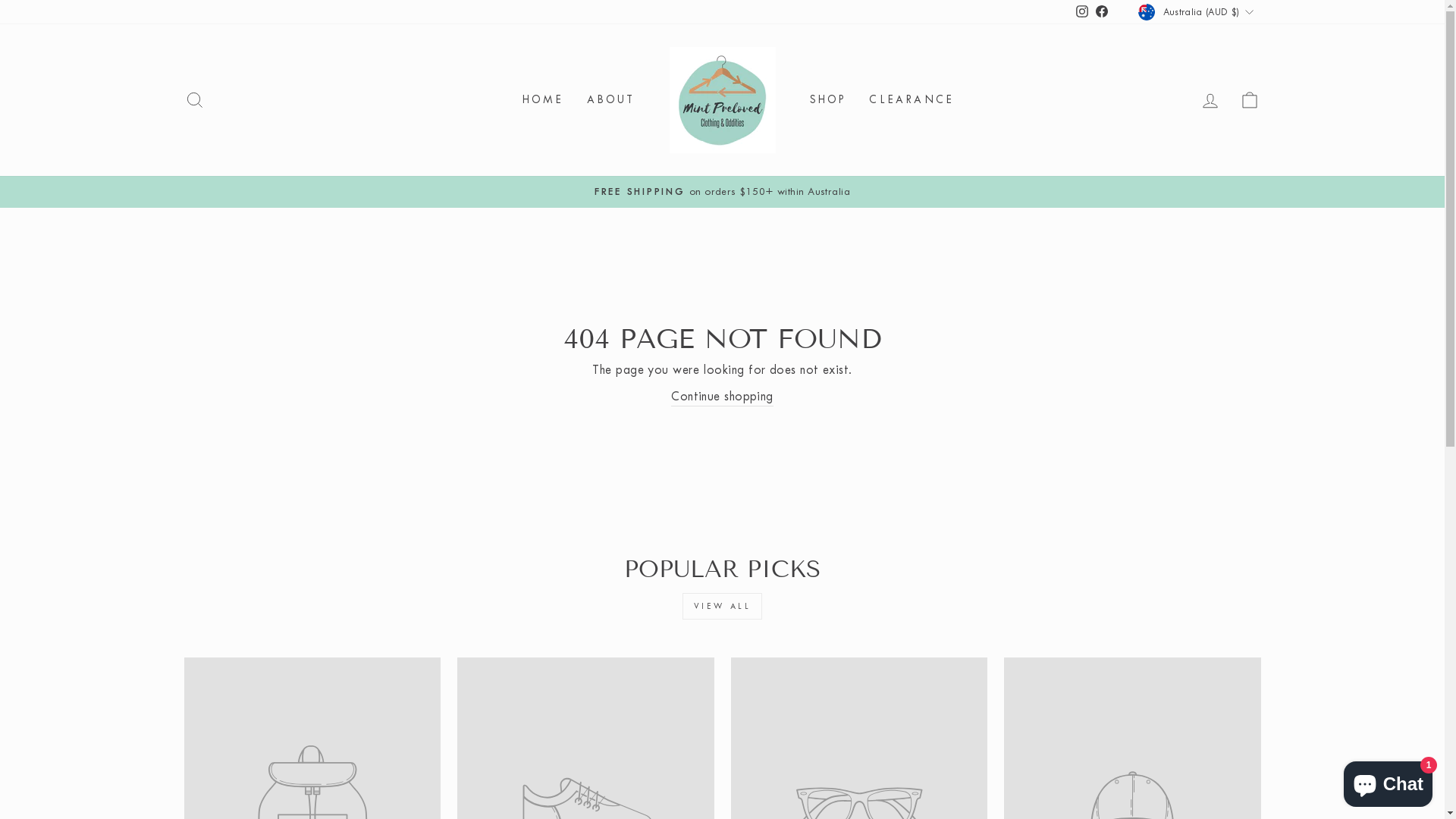 This screenshot has width=1456, height=819. Describe the element at coordinates (1102, 11) in the screenshot. I see `'Facebook'` at that location.